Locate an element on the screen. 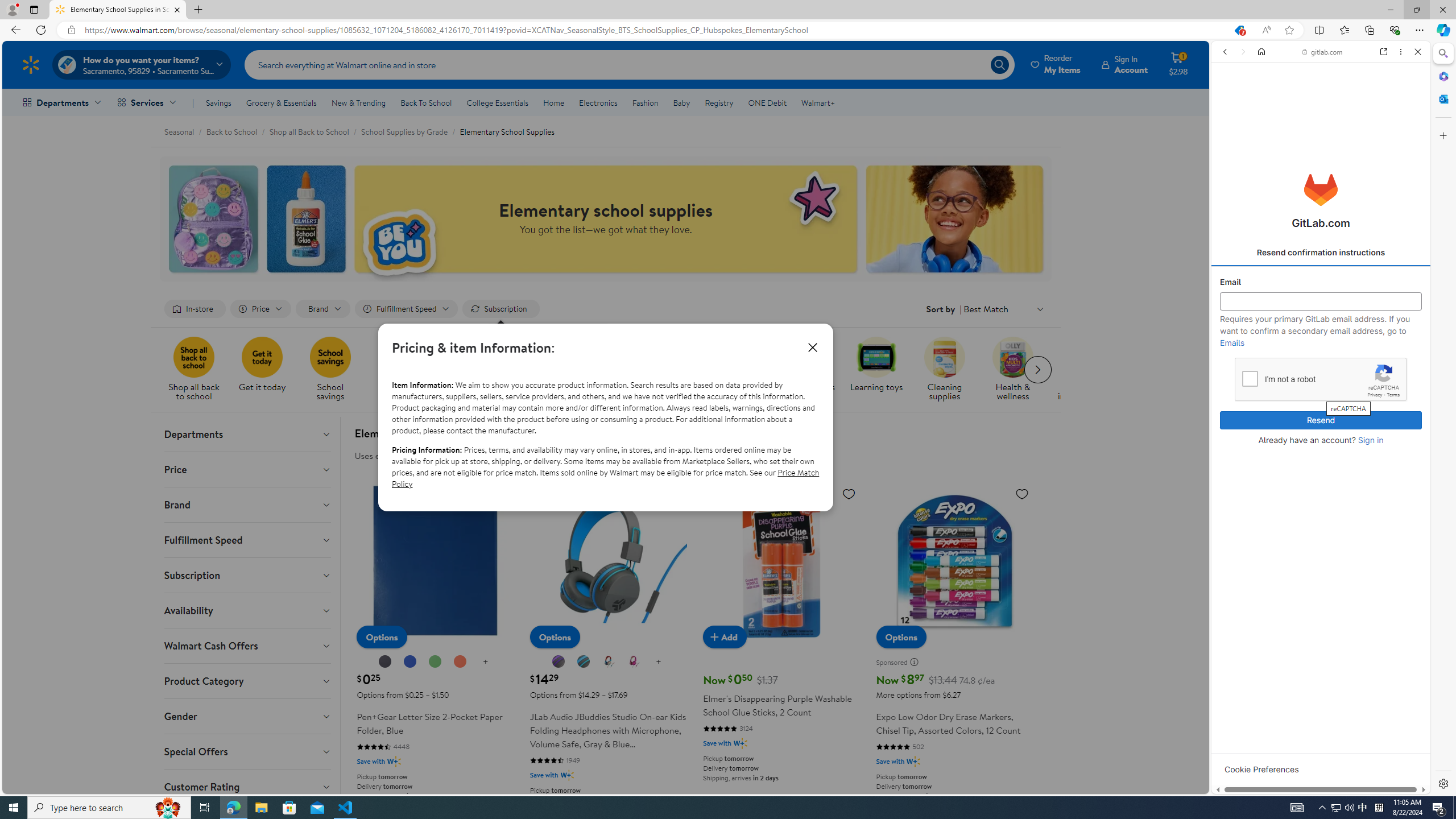  'Cookie Preferences' is located at coordinates (1261, 768).